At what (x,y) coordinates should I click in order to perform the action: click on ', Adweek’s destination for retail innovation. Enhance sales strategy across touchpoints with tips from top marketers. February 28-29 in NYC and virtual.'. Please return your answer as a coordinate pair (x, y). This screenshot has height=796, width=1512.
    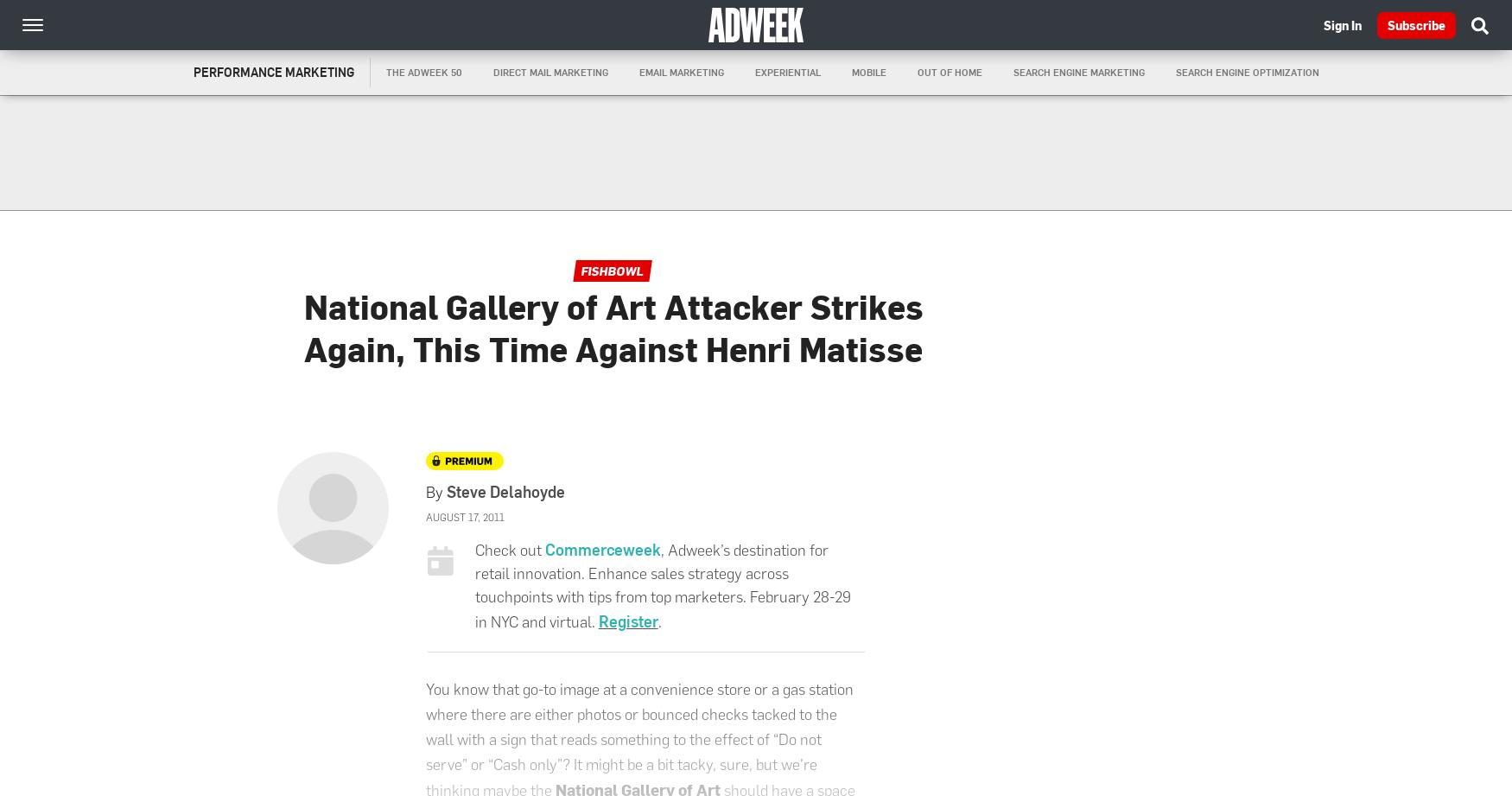
    Looking at the image, I should click on (473, 586).